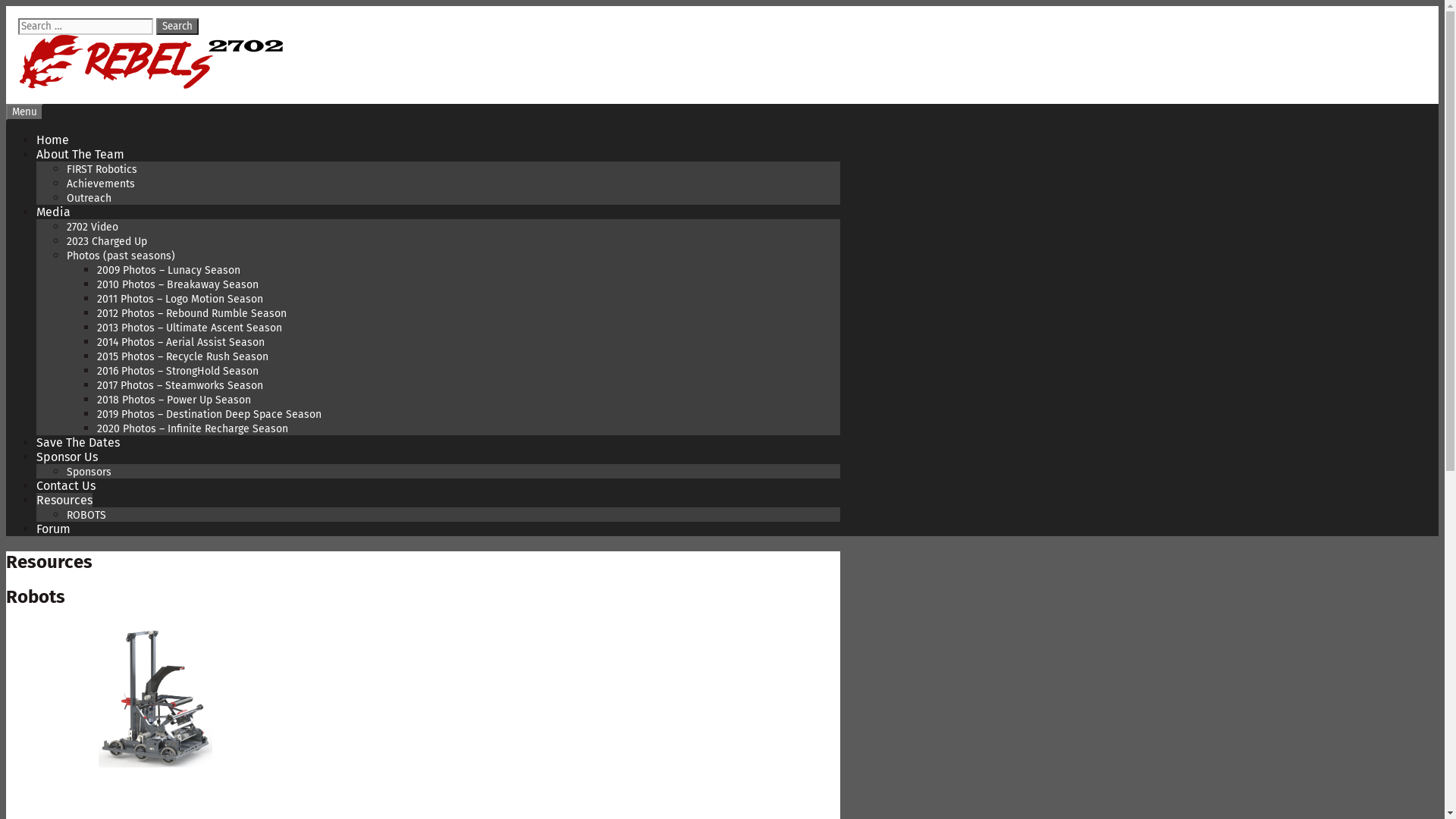 This screenshot has width=1456, height=819. What do you see at coordinates (151, 61) in the screenshot?
I see `'2702 Rebels'` at bounding box center [151, 61].